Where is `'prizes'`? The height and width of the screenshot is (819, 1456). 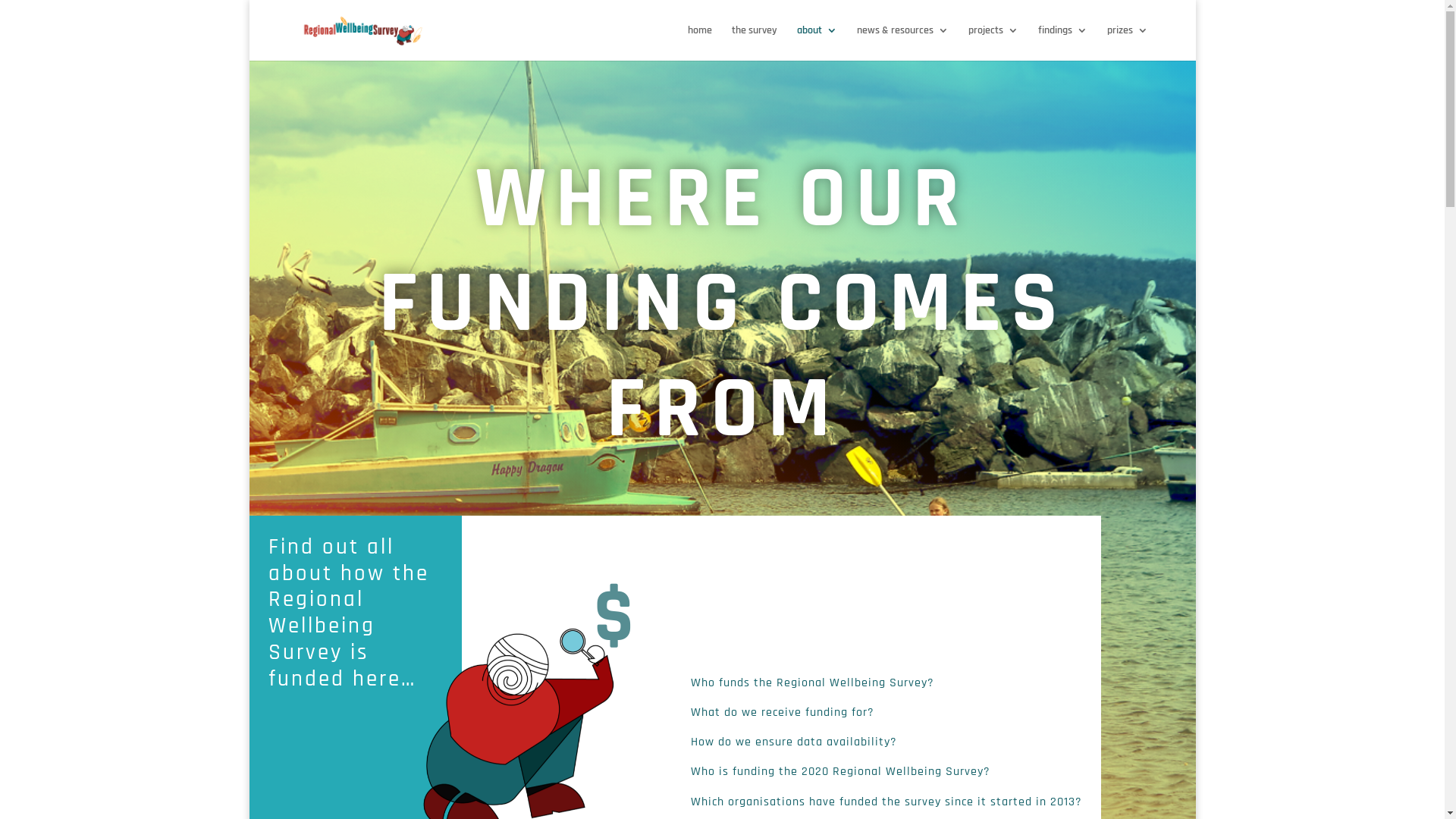
'prizes' is located at coordinates (1128, 42).